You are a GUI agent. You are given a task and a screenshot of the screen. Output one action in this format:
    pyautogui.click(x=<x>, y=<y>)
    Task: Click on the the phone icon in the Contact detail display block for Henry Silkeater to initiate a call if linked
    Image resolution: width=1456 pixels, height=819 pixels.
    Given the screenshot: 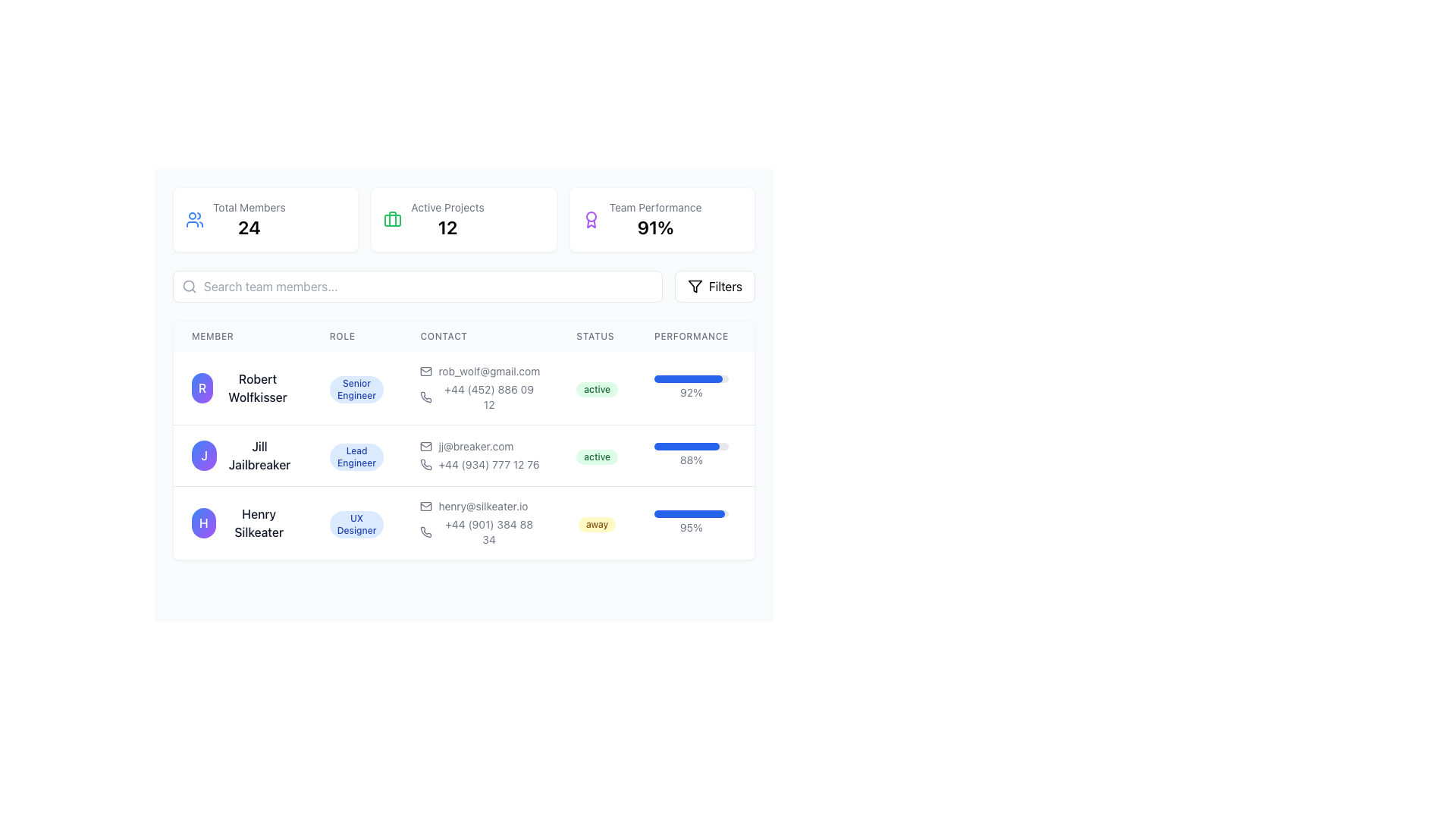 What is the action you would take?
    pyautogui.click(x=479, y=522)
    